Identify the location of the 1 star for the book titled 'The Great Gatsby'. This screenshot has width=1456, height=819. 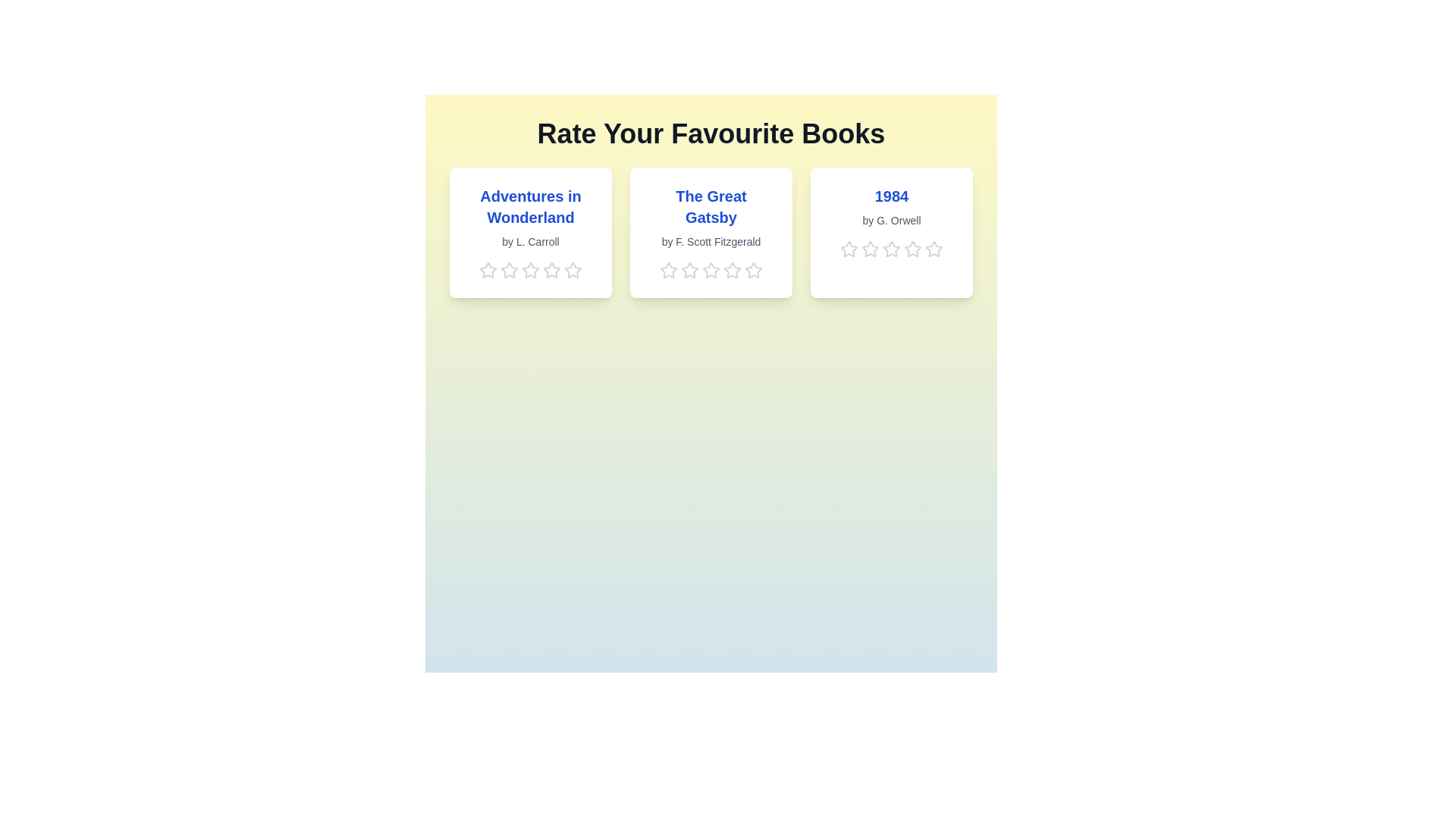
(668, 270).